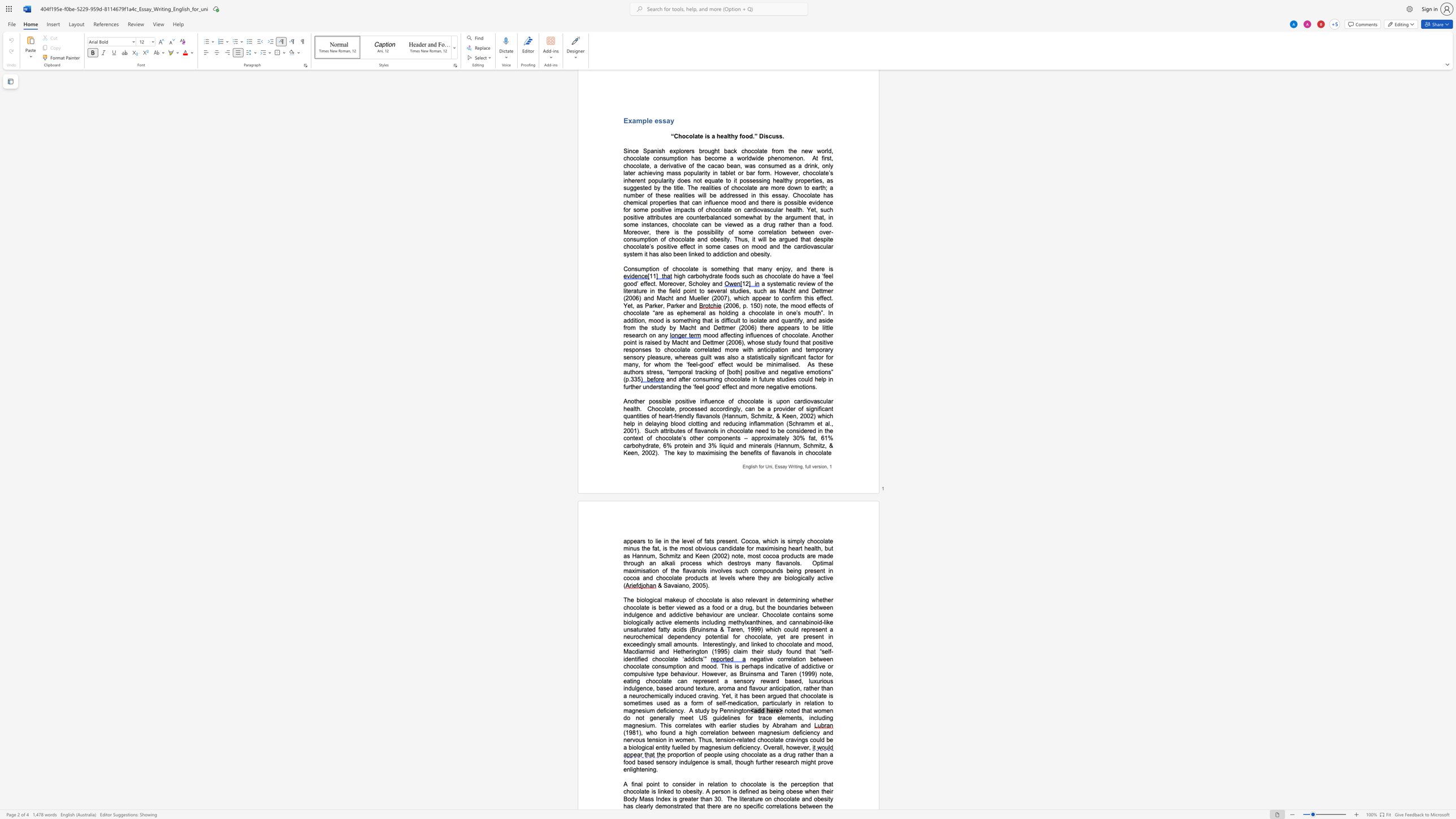  I want to click on the space between the continuous character "s" and "i" in the text, so click(826, 798).